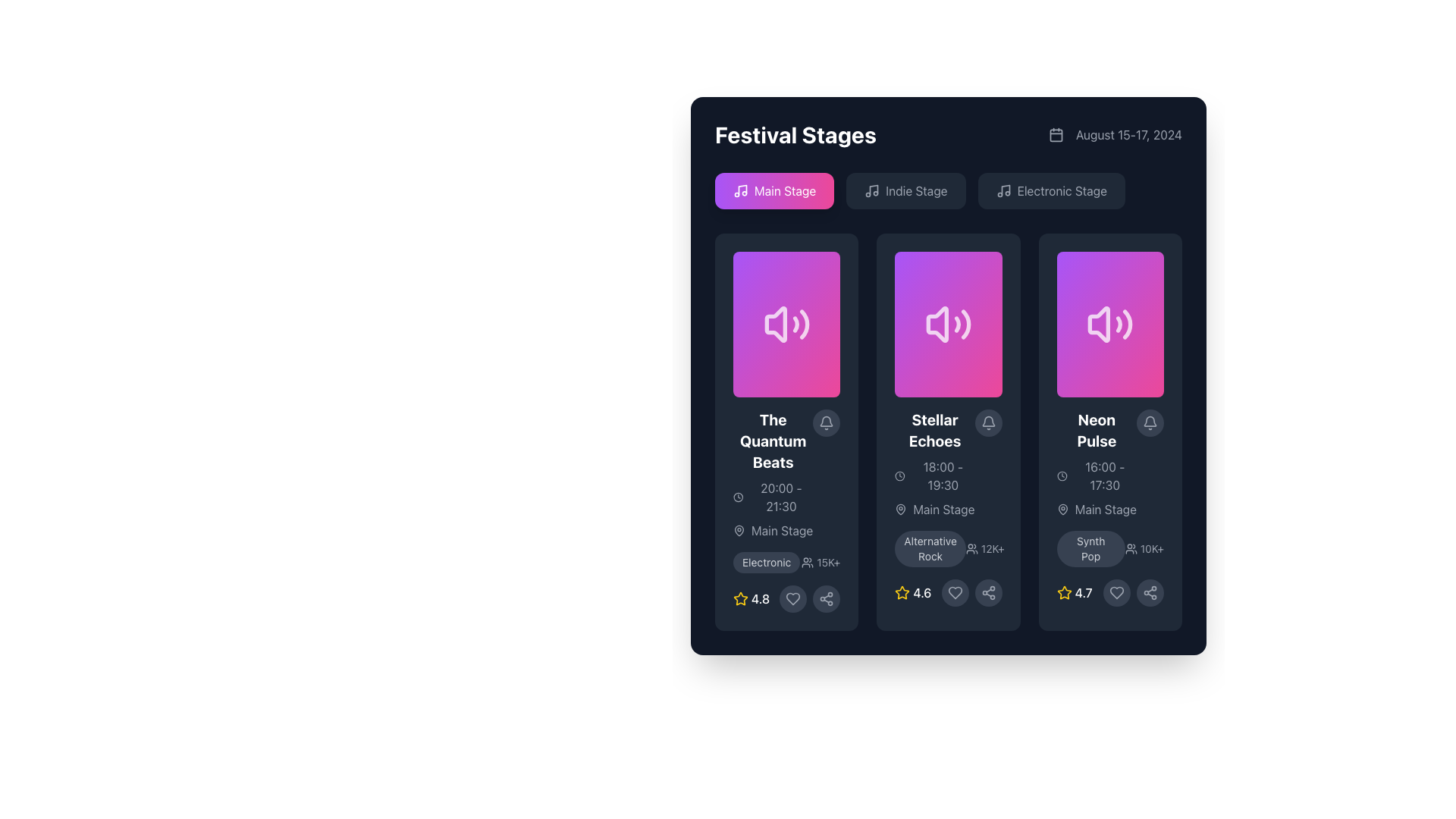 The width and height of the screenshot is (1456, 819). What do you see at coordinates (1110, 549) in the screenshot?
I see `the audience icon in the 'Neon Pulse' section of the third card in the 'Festival Stages' list` at bounding box center [1110, 549].